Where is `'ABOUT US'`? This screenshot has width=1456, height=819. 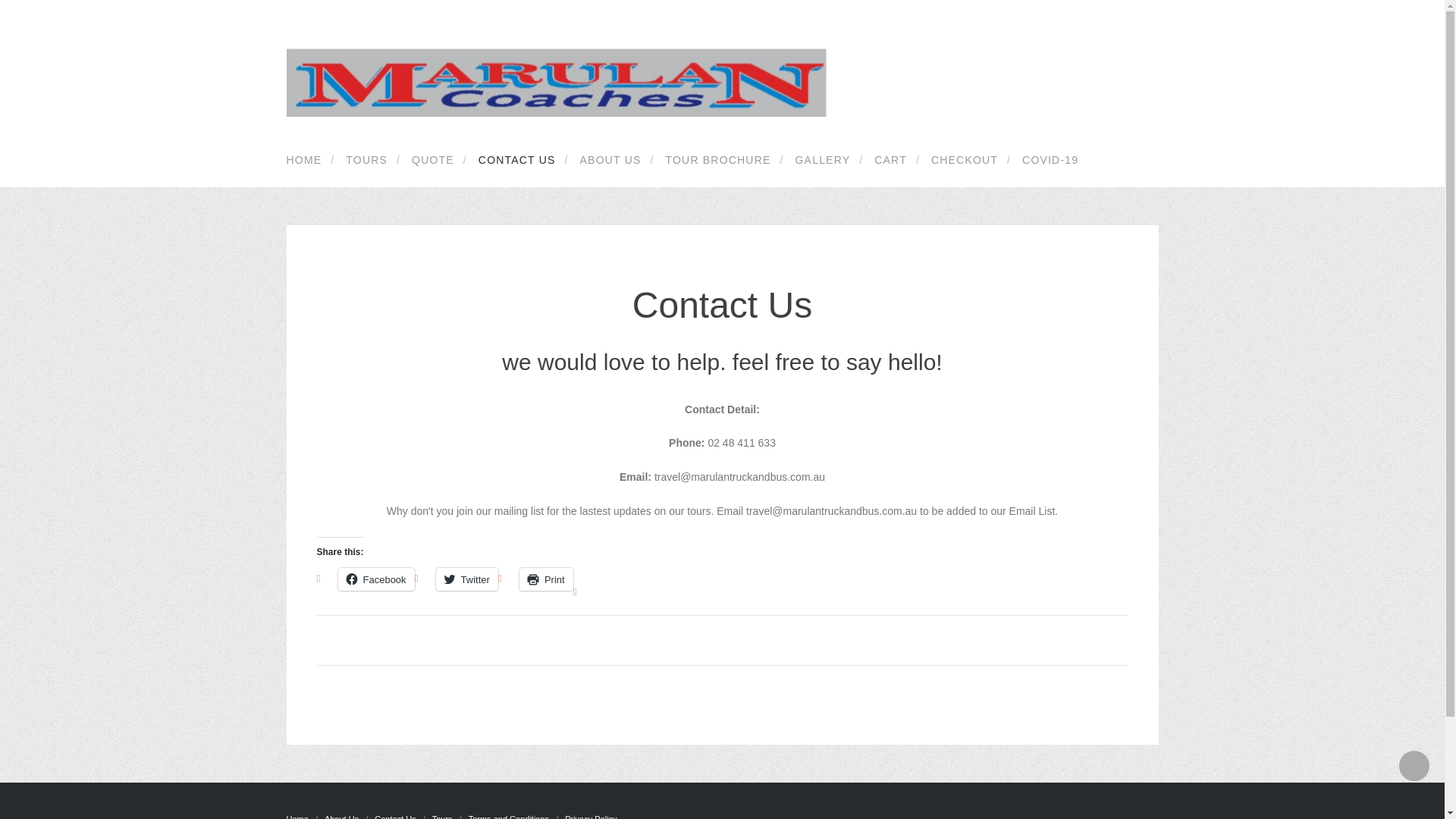
'ABOUT US' is located at coordinates (607, 160).